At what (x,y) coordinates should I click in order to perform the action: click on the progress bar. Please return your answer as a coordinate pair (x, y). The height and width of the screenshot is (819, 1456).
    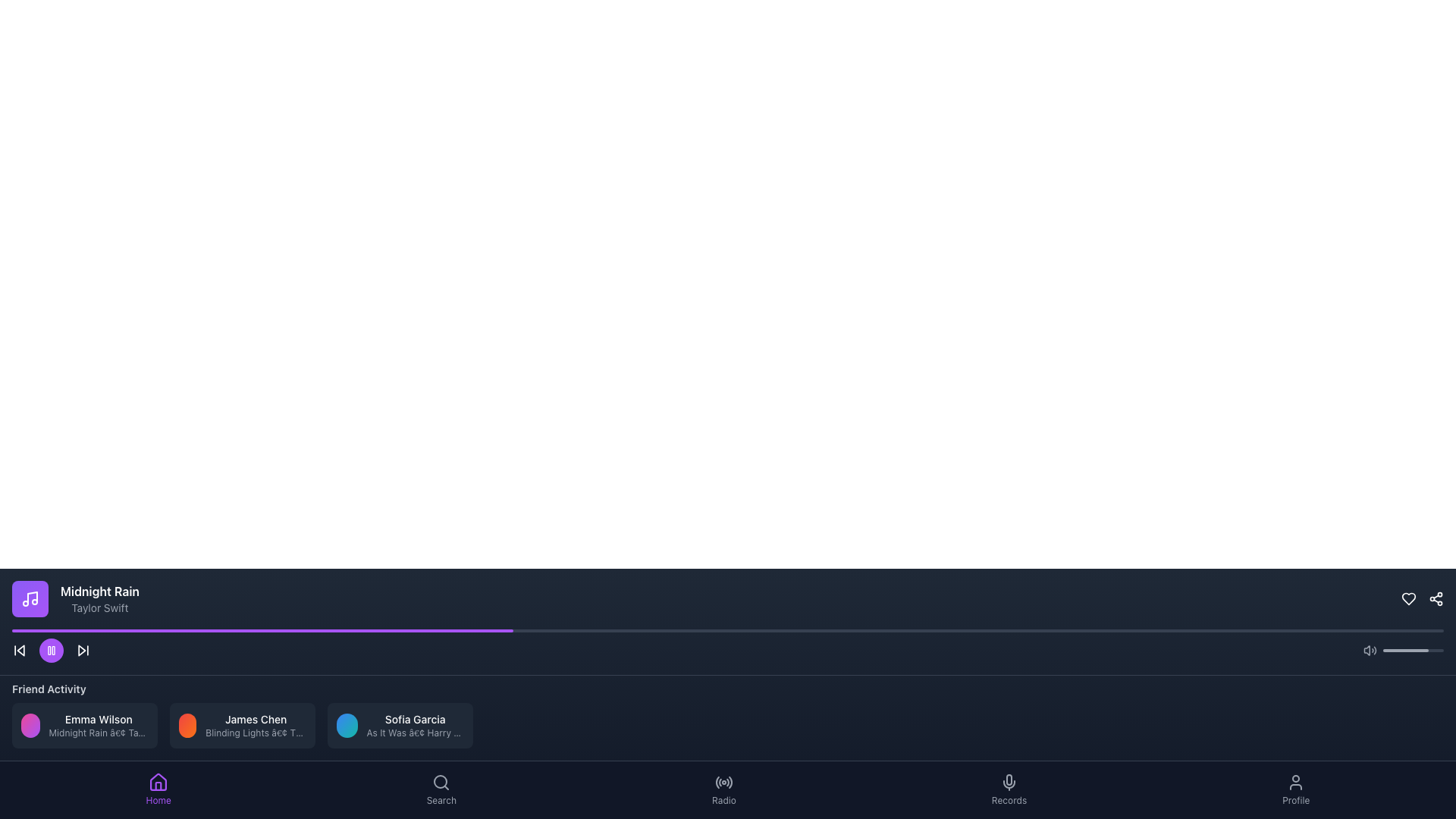
    Looking at the image, I should click on (36, 631).